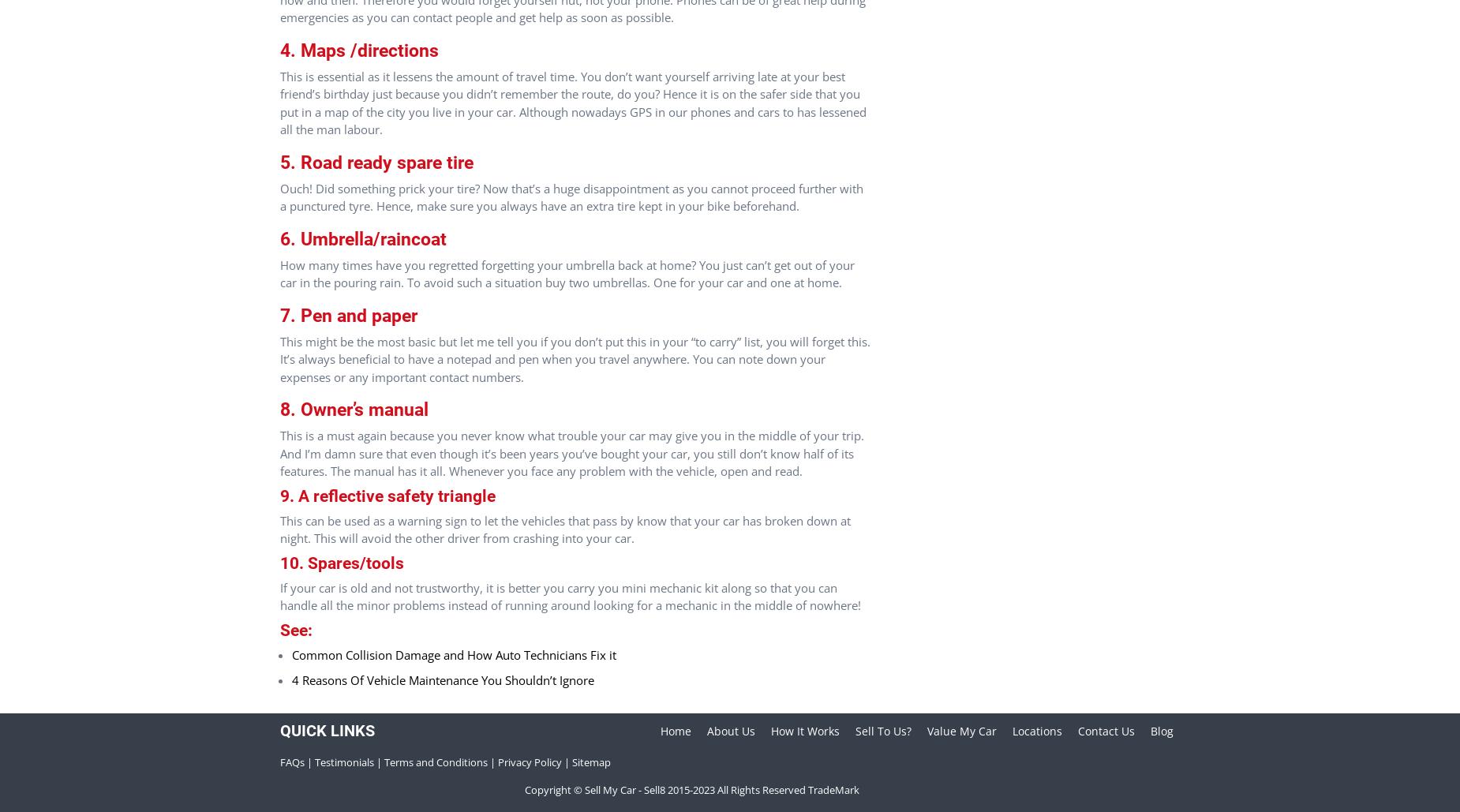 The height and width of the screenshot is (812, 1460). Describe the element at coordinates (279, 452) in the screenshot. I see `'This is a must again because you never know what trouble your car may give you in the middle of your trip. And I’m damn sure that even though it’s been years you’ve bought your car, you still don’t know half of its features. The manual has it all. Whenever you face any problem with the vehicle, open and read.'` at that location.